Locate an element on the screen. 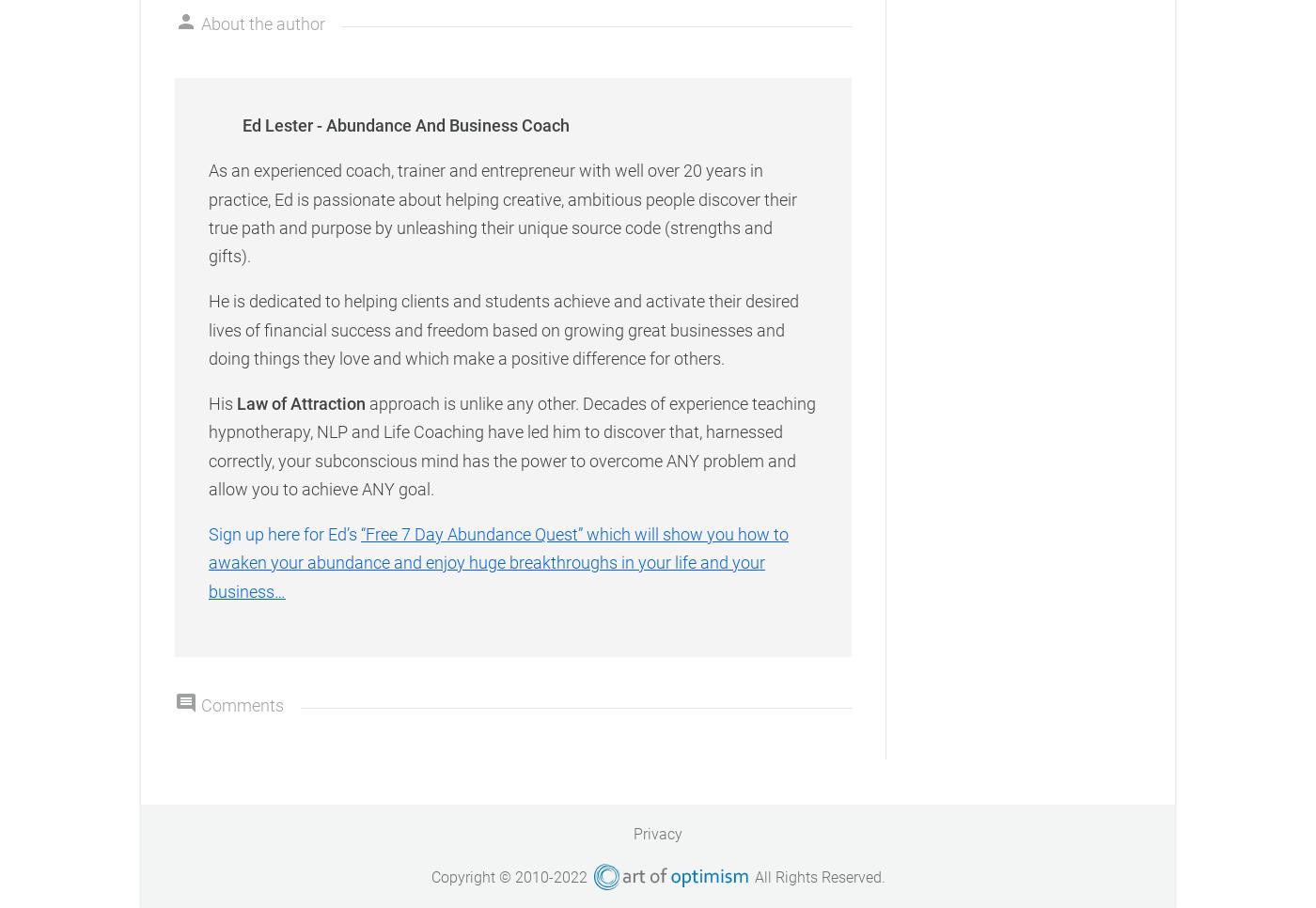 The image size is (1316, 908). '“Free 7 Day Abundance Quest” which will show you how to awaken your abundance and enjoy huge breakthroughs in your life and your business…' is located at coordinates (498, 562).